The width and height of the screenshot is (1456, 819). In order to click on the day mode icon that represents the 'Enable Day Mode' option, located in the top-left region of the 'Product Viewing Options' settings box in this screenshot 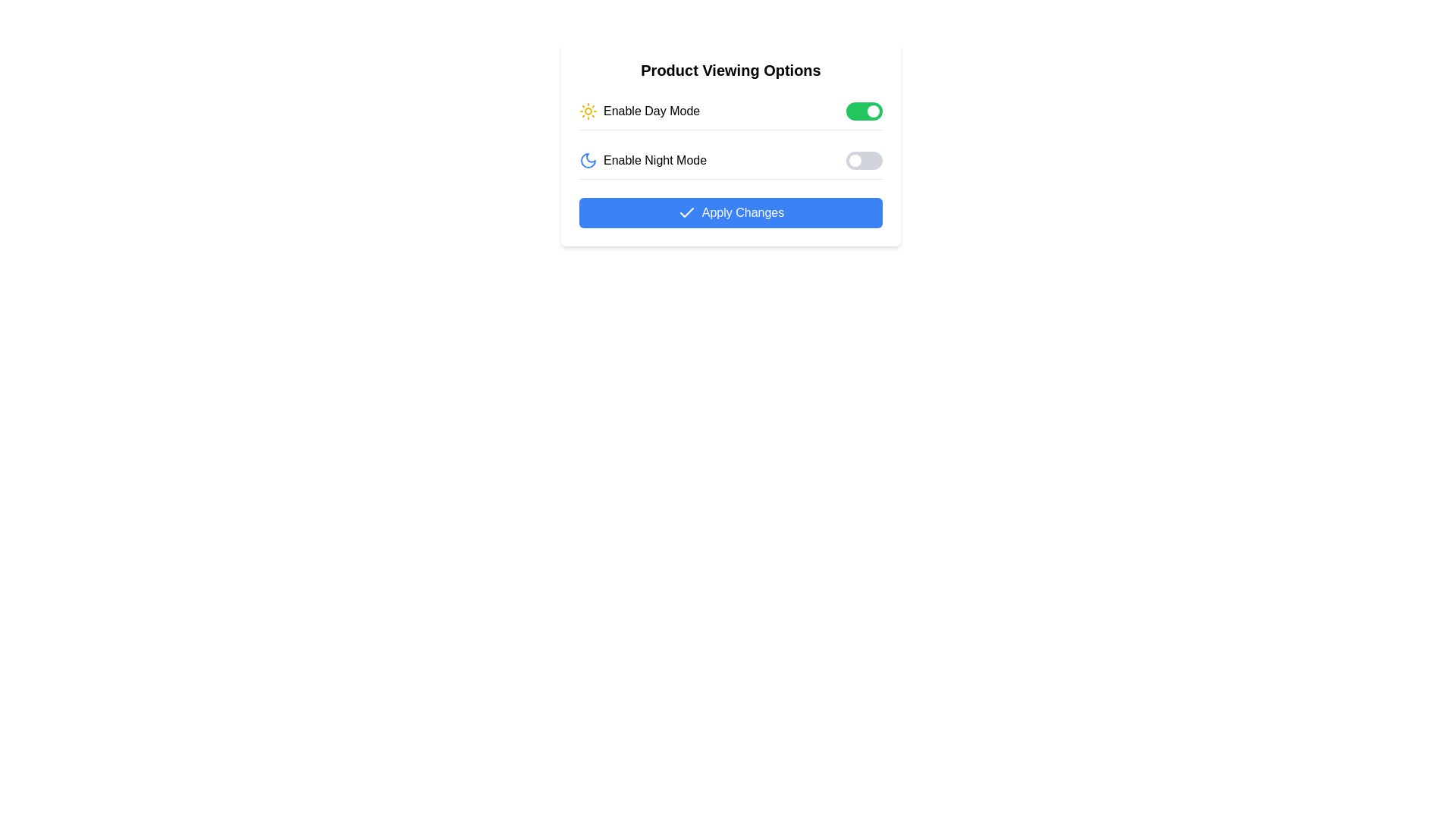, I will do `click(588, 110)`.